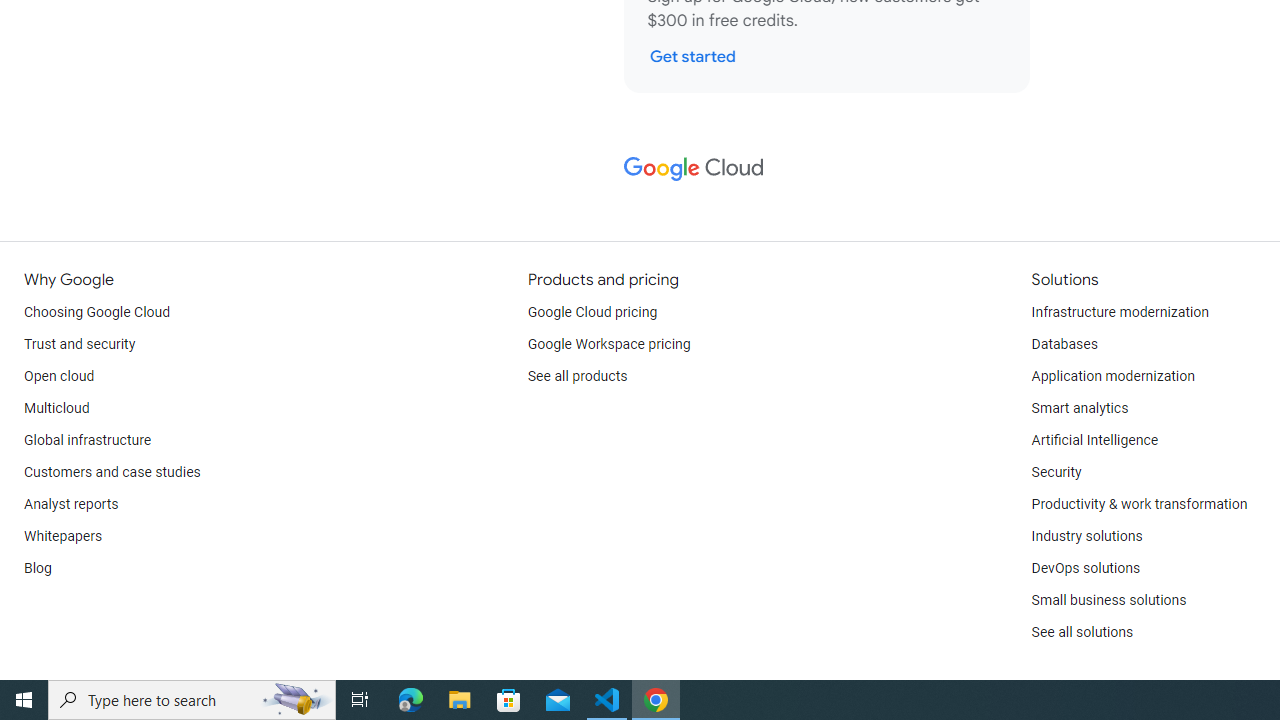  What do you see at coordinates (1084, 568) in the screenshot?
I see `'DevOps solutions'` at bounding box center [1084, 568].